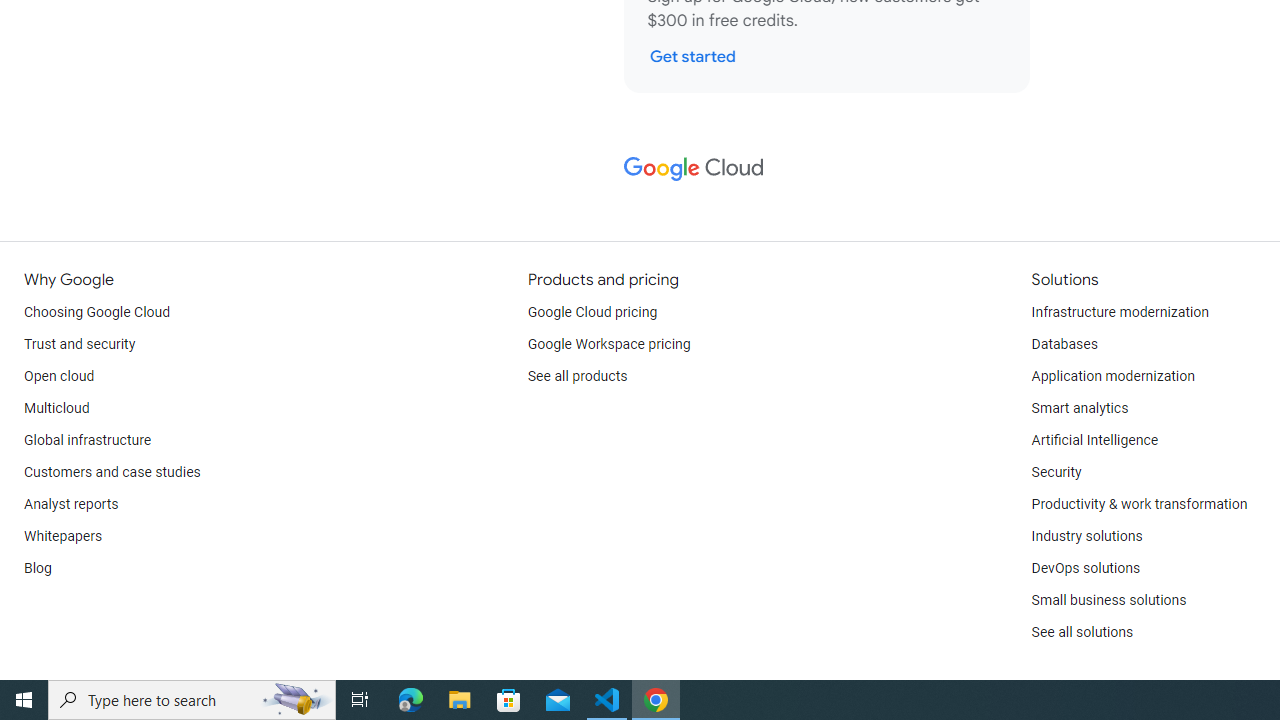  What do you see at coordinates (1084, 568) in the screenshot?
I see `'DevOps solutions'` at bounding box center [1084, 568].